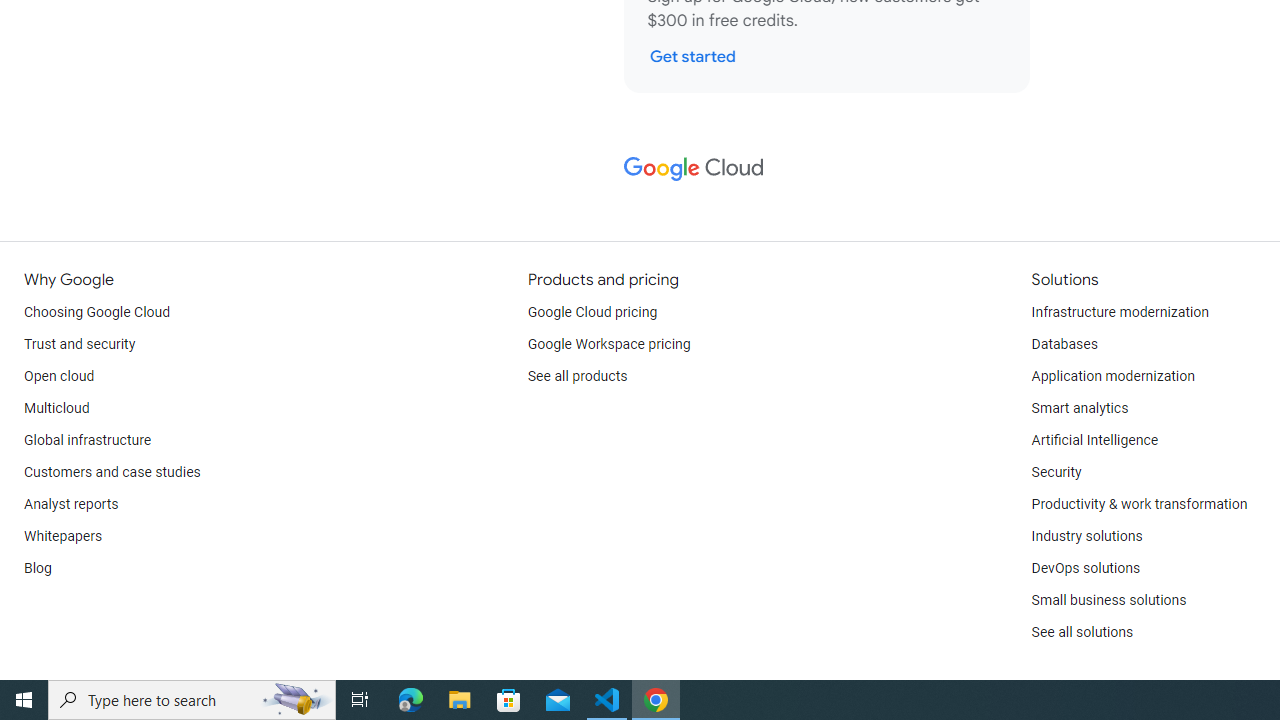  What do you see at coordinates (1084, 568) in the screenshot?
I see `'DevOps solutions'` at bounding box center [1084, 568].